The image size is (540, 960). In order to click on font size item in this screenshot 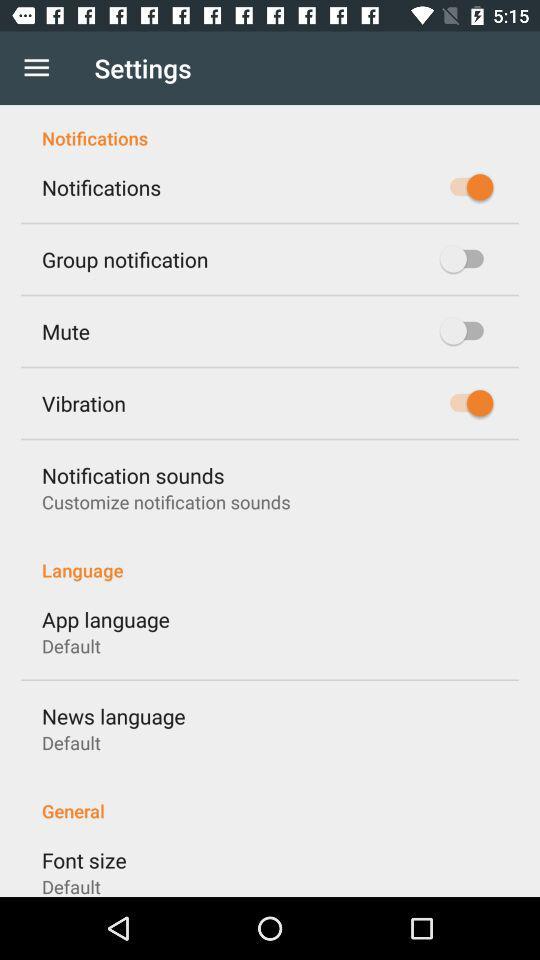, I will do `click(83, 859)`.